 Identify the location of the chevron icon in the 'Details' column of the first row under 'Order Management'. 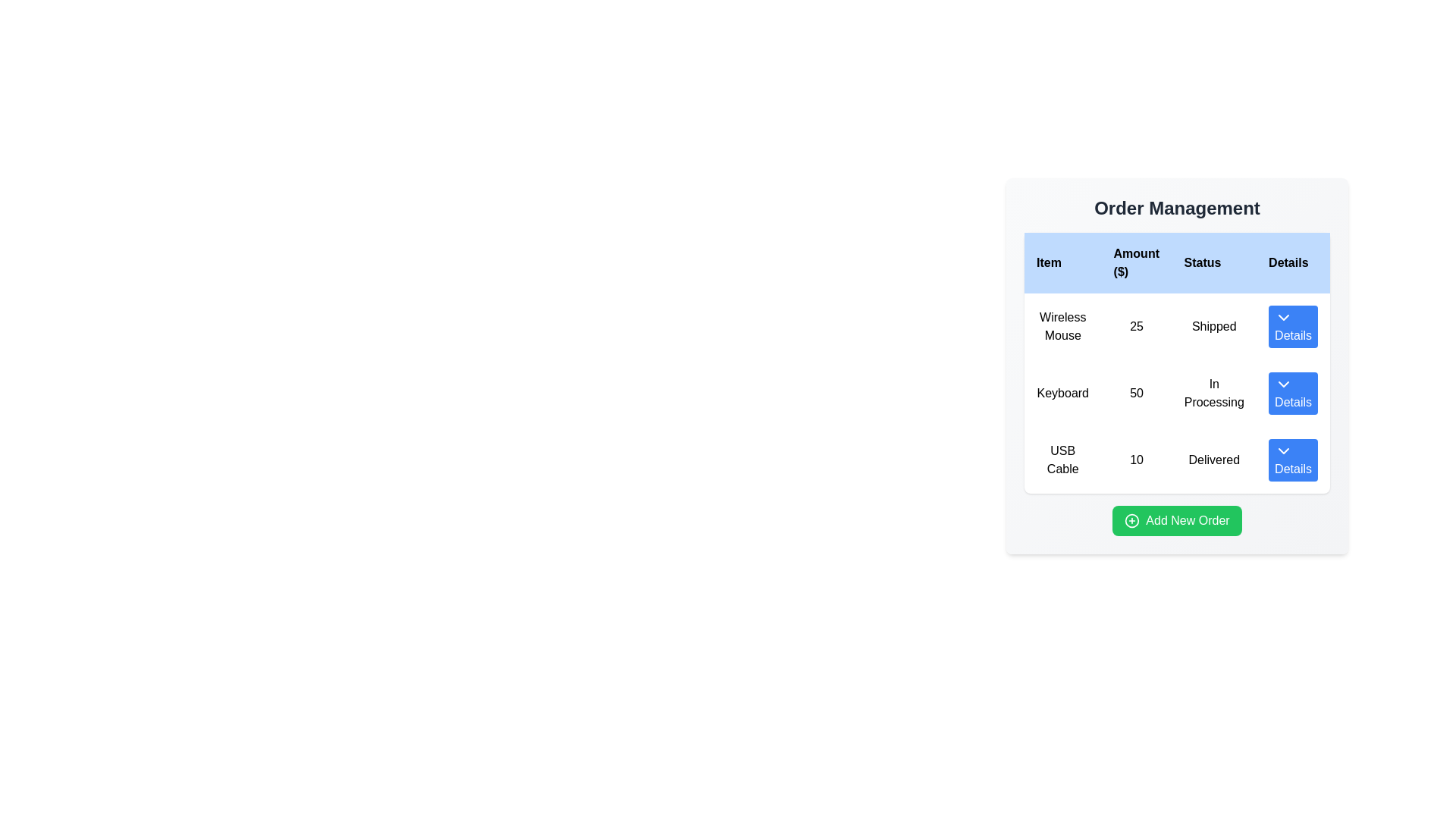
(1283, 317).